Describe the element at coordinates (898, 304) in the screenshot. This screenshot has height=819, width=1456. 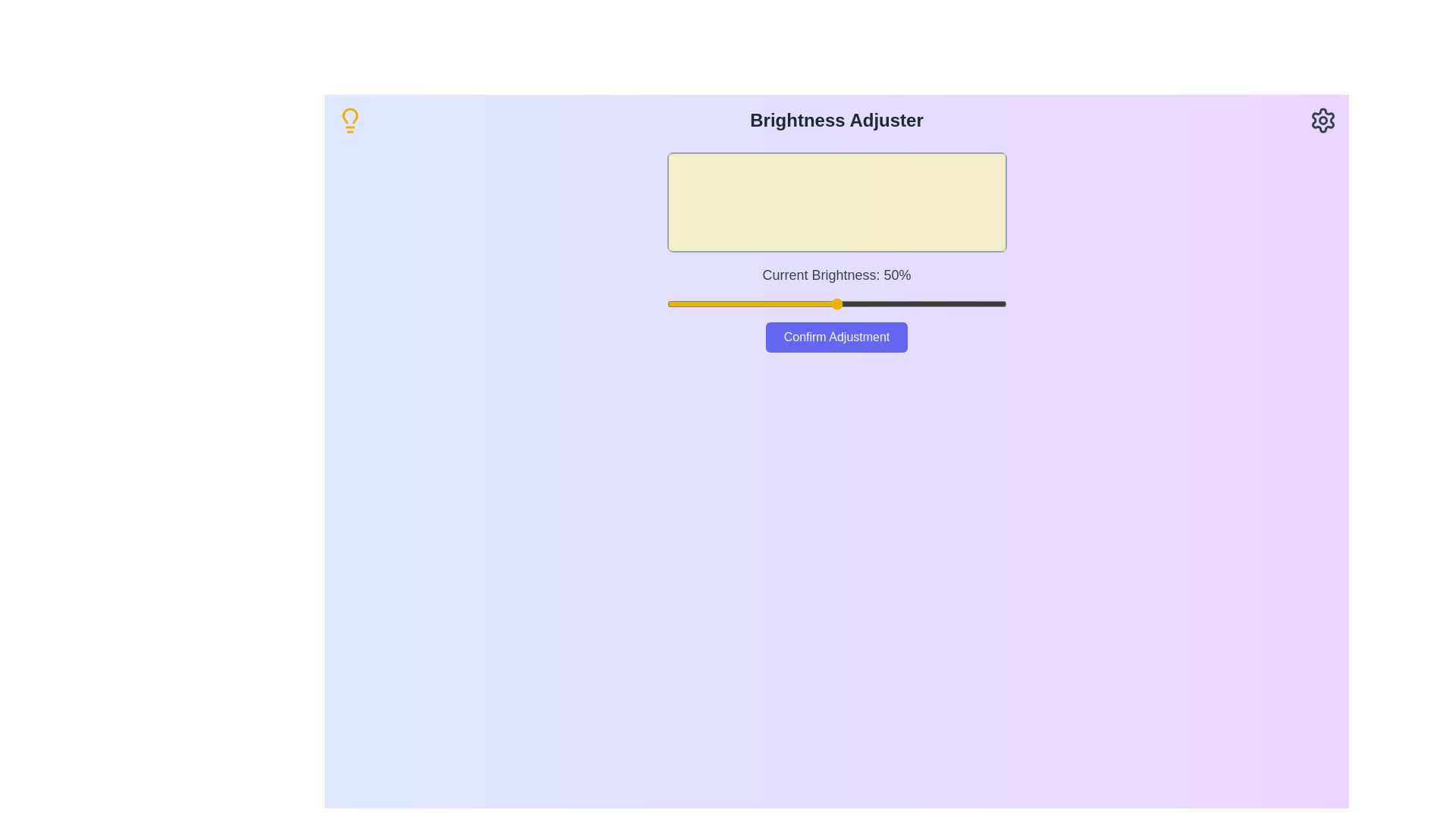
I see `the brightness slider to 68%` at that location.